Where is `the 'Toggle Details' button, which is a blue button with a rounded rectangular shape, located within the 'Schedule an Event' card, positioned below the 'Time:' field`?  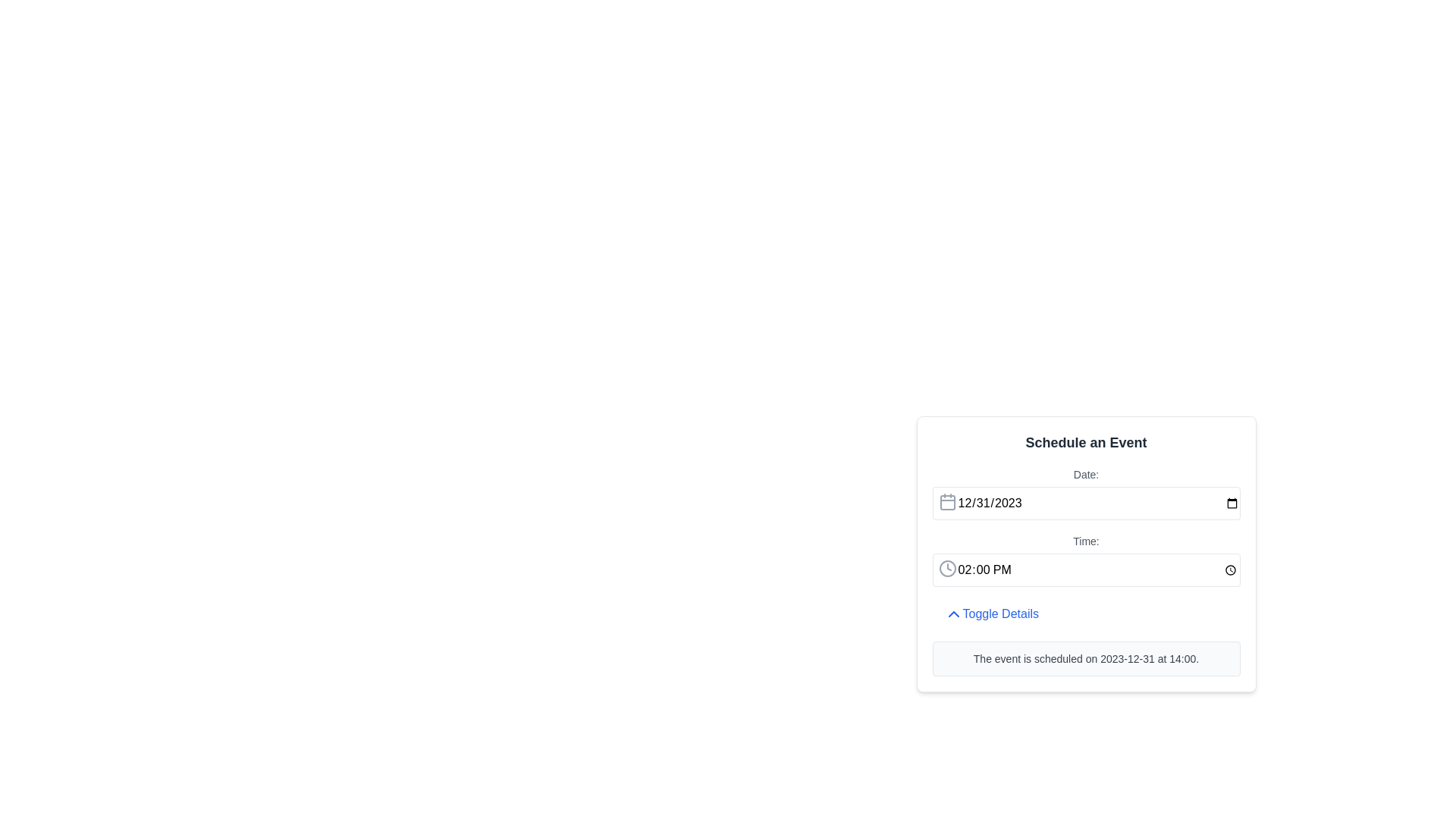 the 'Toggle Details' button, which is a blue button with a rounded rectangular shape, located within the 'Schedule an Event' card, positioned below the 'Time:' field is located at coordinates (991, 614).